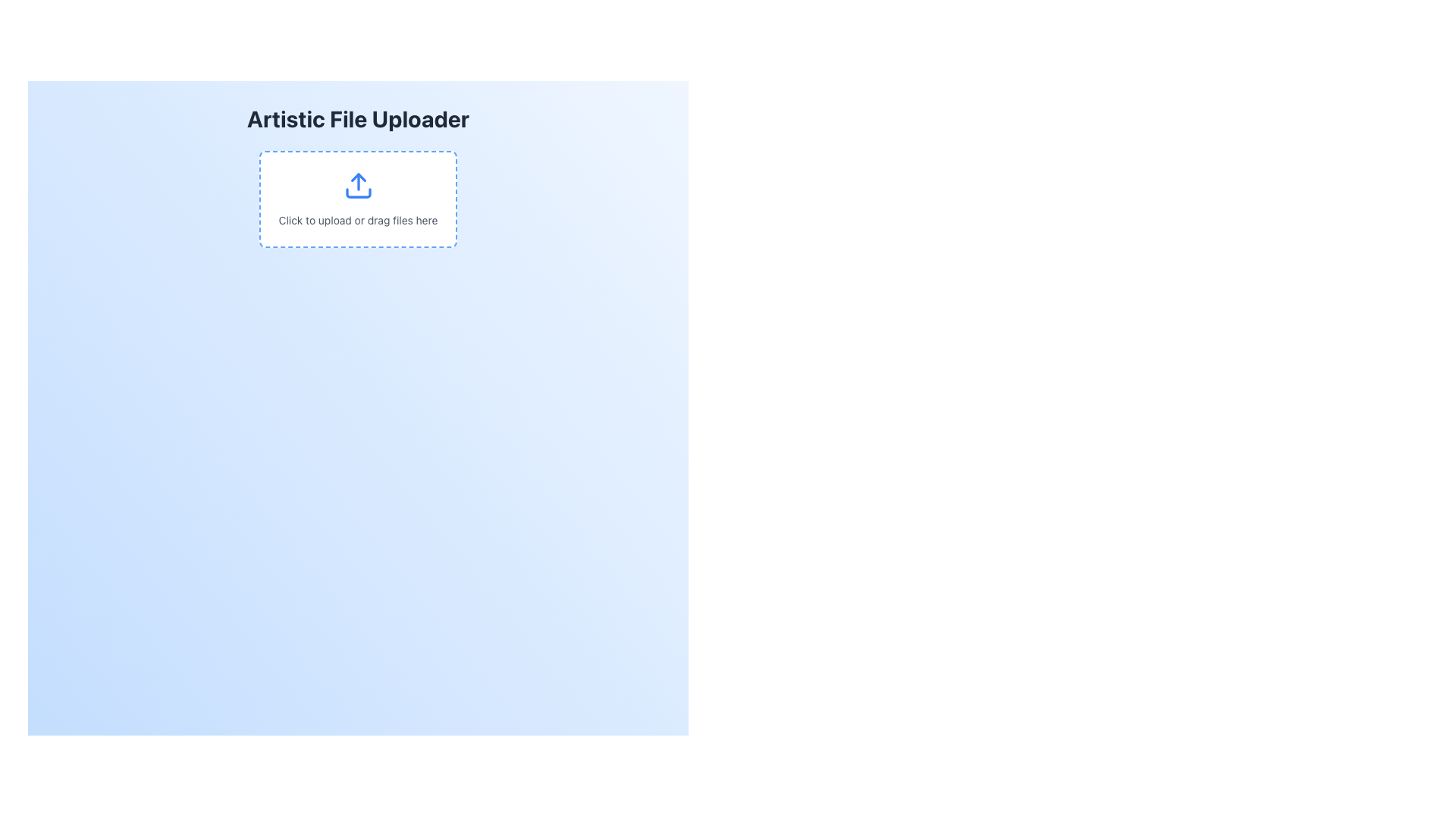 The image size is (1456, 819). What do you see at coordinates (357, 175) in the screenshot?
I see `within the dashed rectangular area of the 'Artistic File Uploader' to initiate file upload` at bounding box center [357, 175].